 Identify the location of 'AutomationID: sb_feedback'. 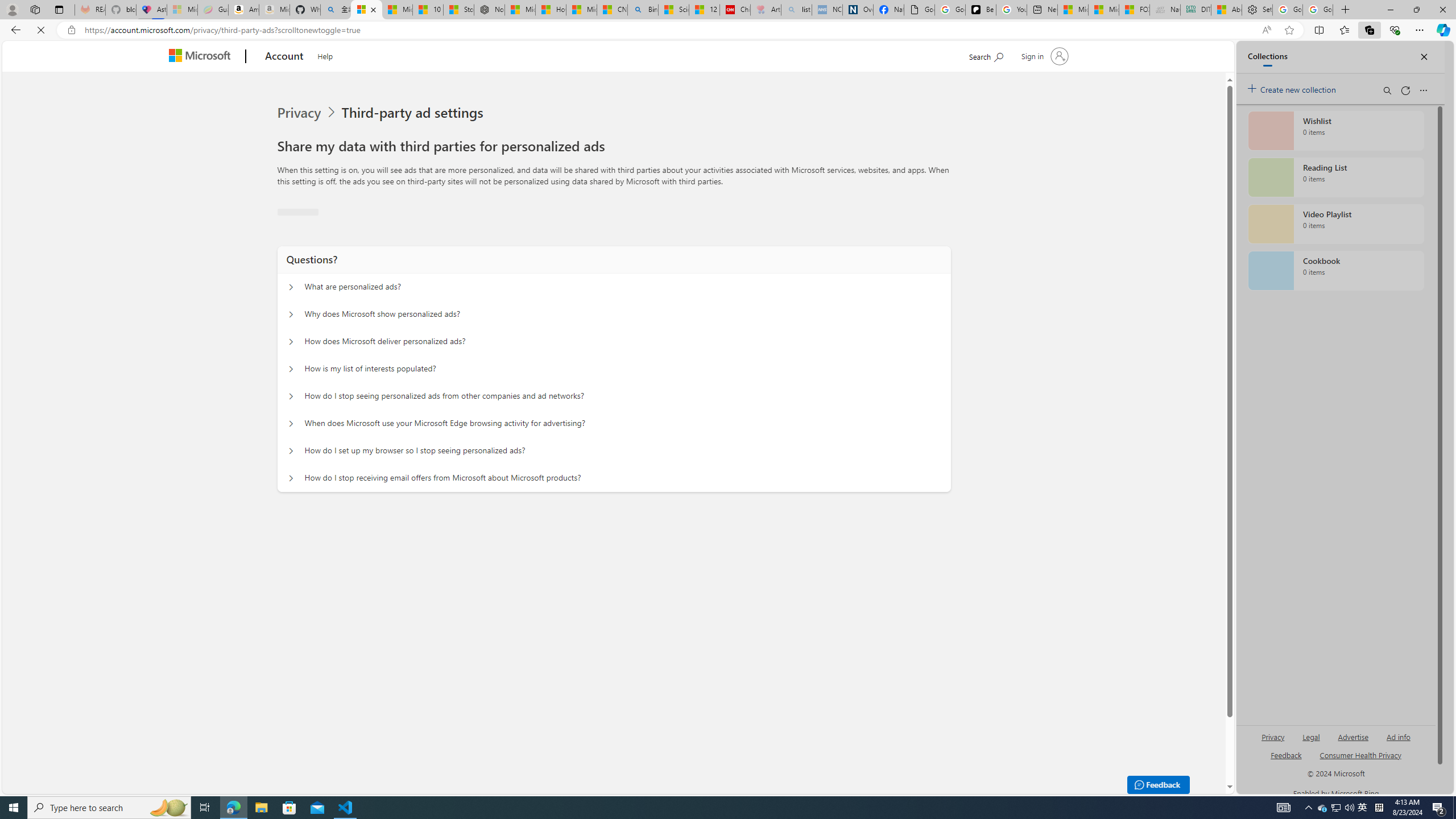
(1286, 754).